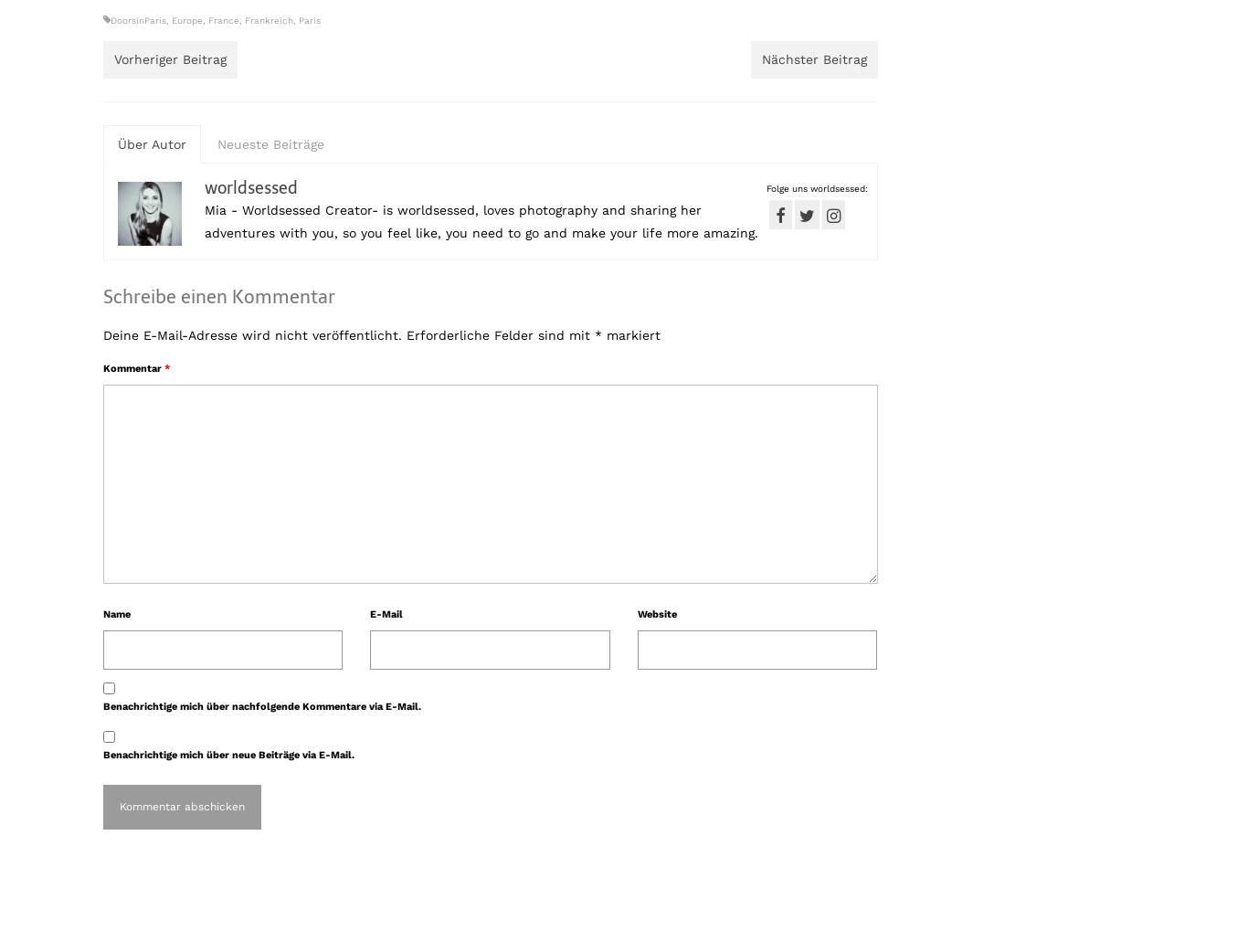 This screenshot has width=1248, height=952. I want to click on 'Schreibe einen Kommentar', so click(102, 296).